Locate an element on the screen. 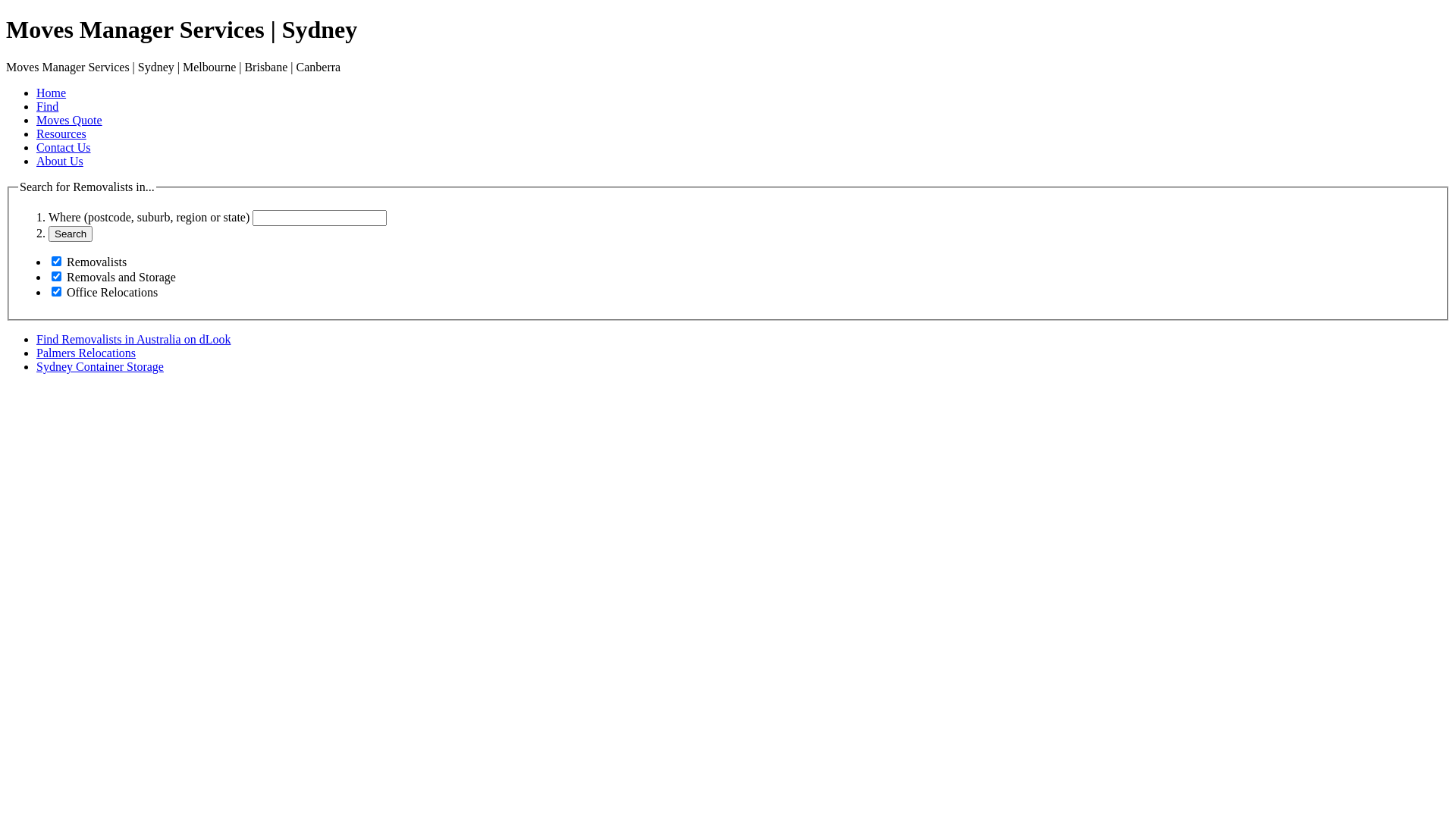 This screenshot has height=819, width=1456. 'Home' is located at coordinates (51, 93).